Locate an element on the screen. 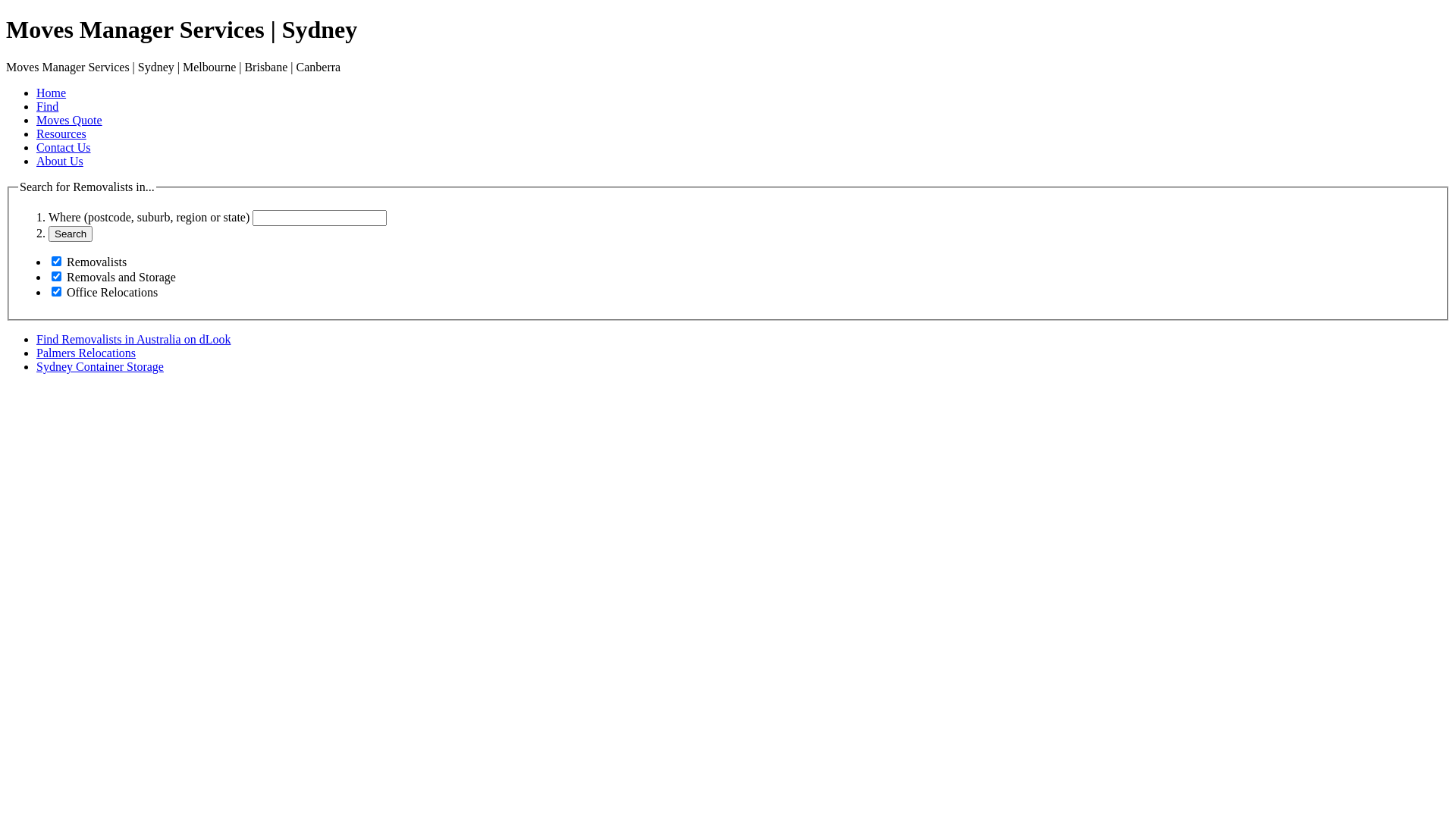 This screenshot has height=819, width=1456. 'Home' is located at coordinates (51, 93).